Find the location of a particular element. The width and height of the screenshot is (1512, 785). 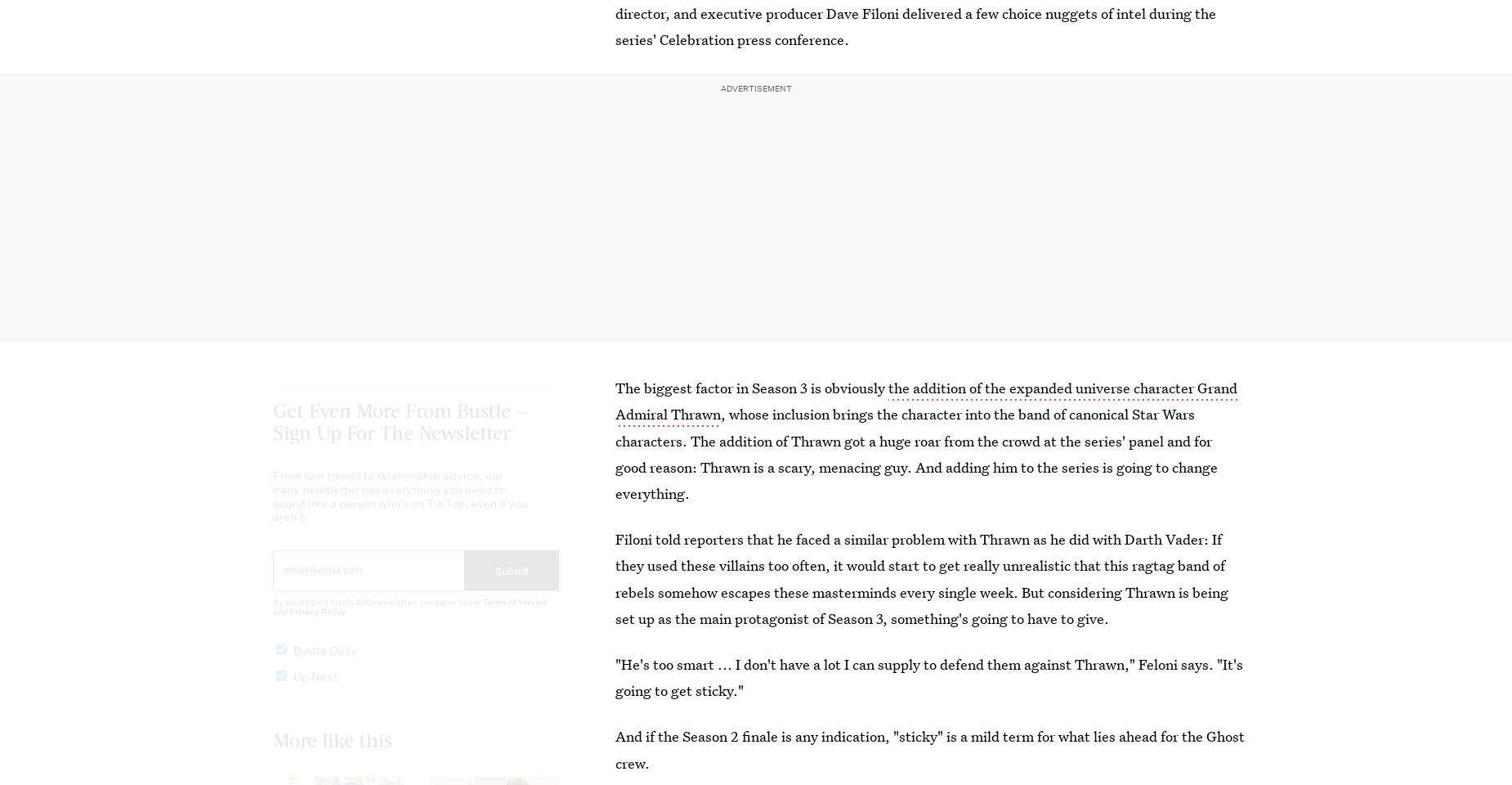

'Up Next' is located at coordinates (314, 690).